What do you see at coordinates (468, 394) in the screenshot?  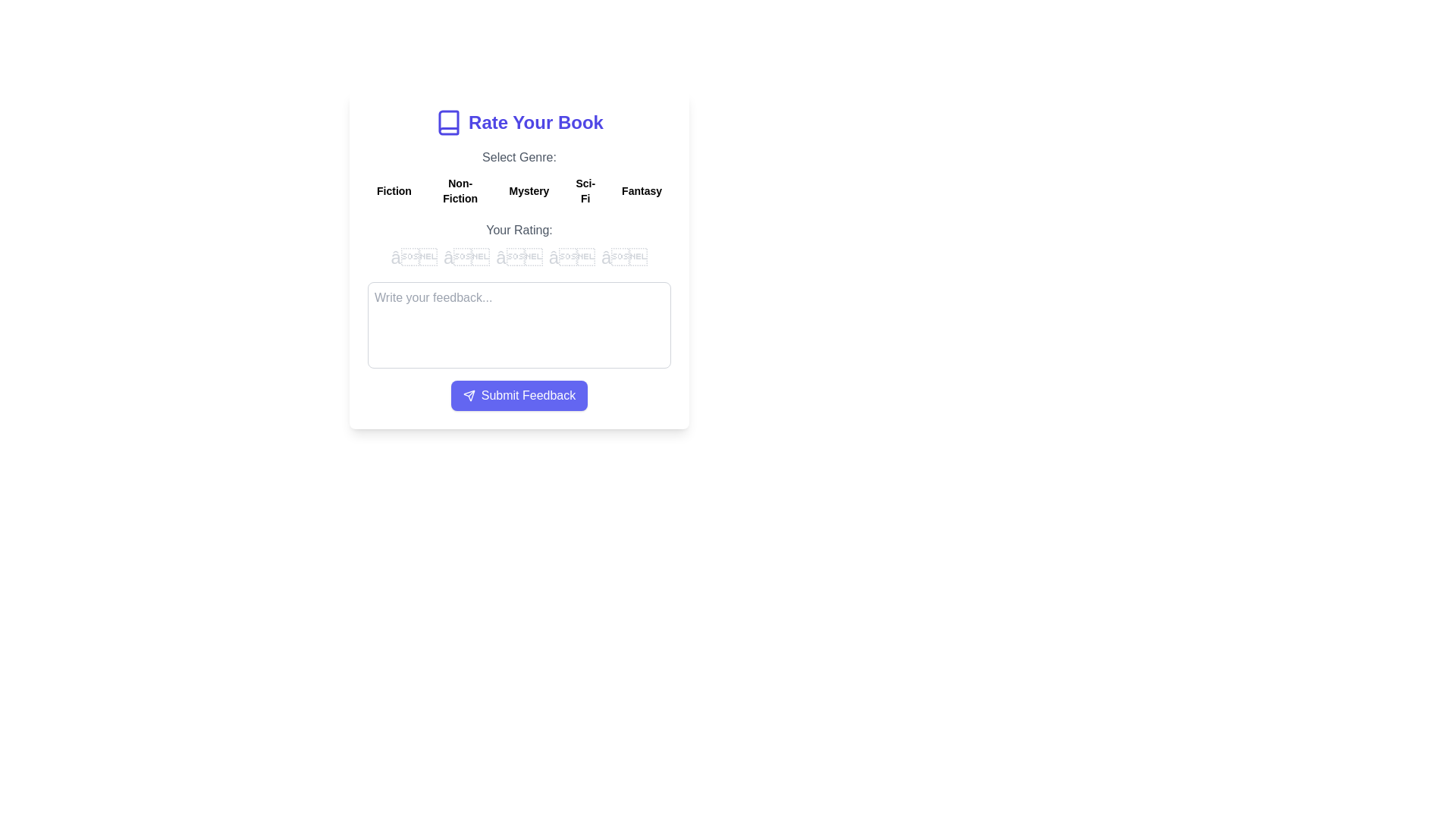 I see `the SVG icon located on the left side of the 'Submit Feedback' button, which has a purple background and white text` at bounding box center [468, 394].